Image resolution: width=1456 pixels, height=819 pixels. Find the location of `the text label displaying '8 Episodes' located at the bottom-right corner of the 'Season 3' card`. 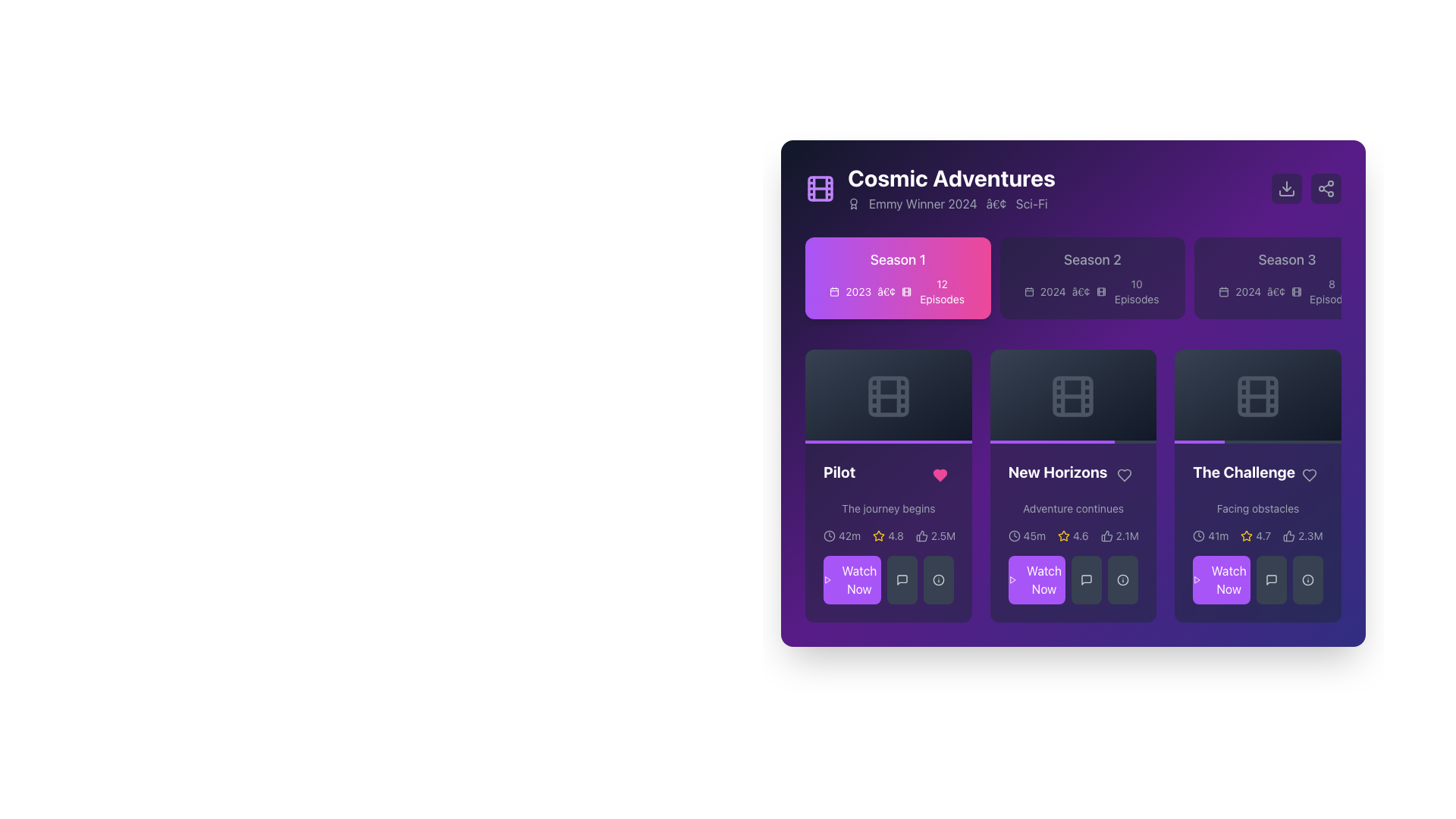

the text label displaying '8 Episodes' located at the bottom-right corner of the 'Season 3' card is located at coordinates (1331, 292).